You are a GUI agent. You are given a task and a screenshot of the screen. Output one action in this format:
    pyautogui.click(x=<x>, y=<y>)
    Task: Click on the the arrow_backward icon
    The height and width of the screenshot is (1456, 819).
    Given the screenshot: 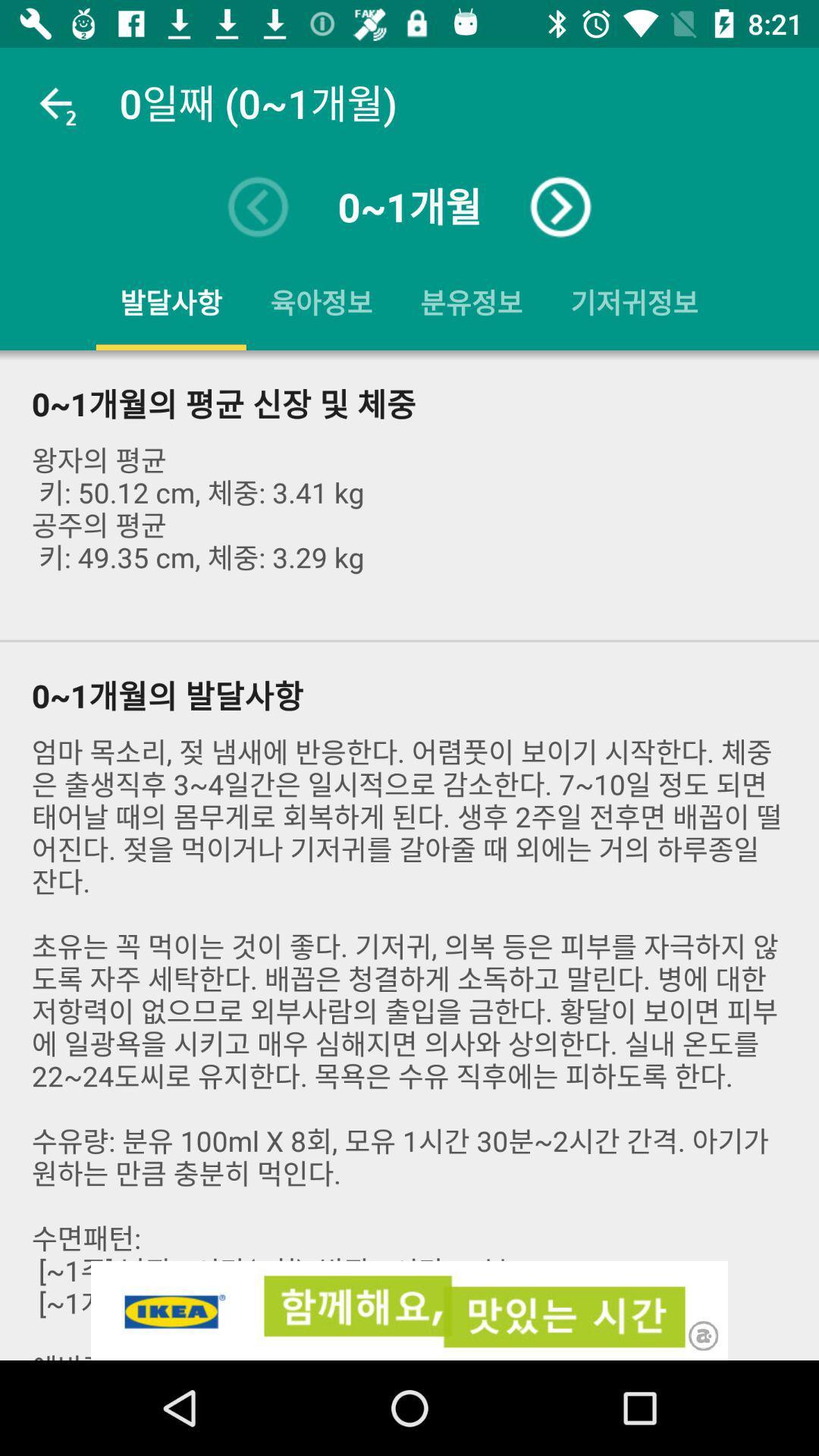 What is the action you would take?
    pyautogui.click(x=257, y=206)
    